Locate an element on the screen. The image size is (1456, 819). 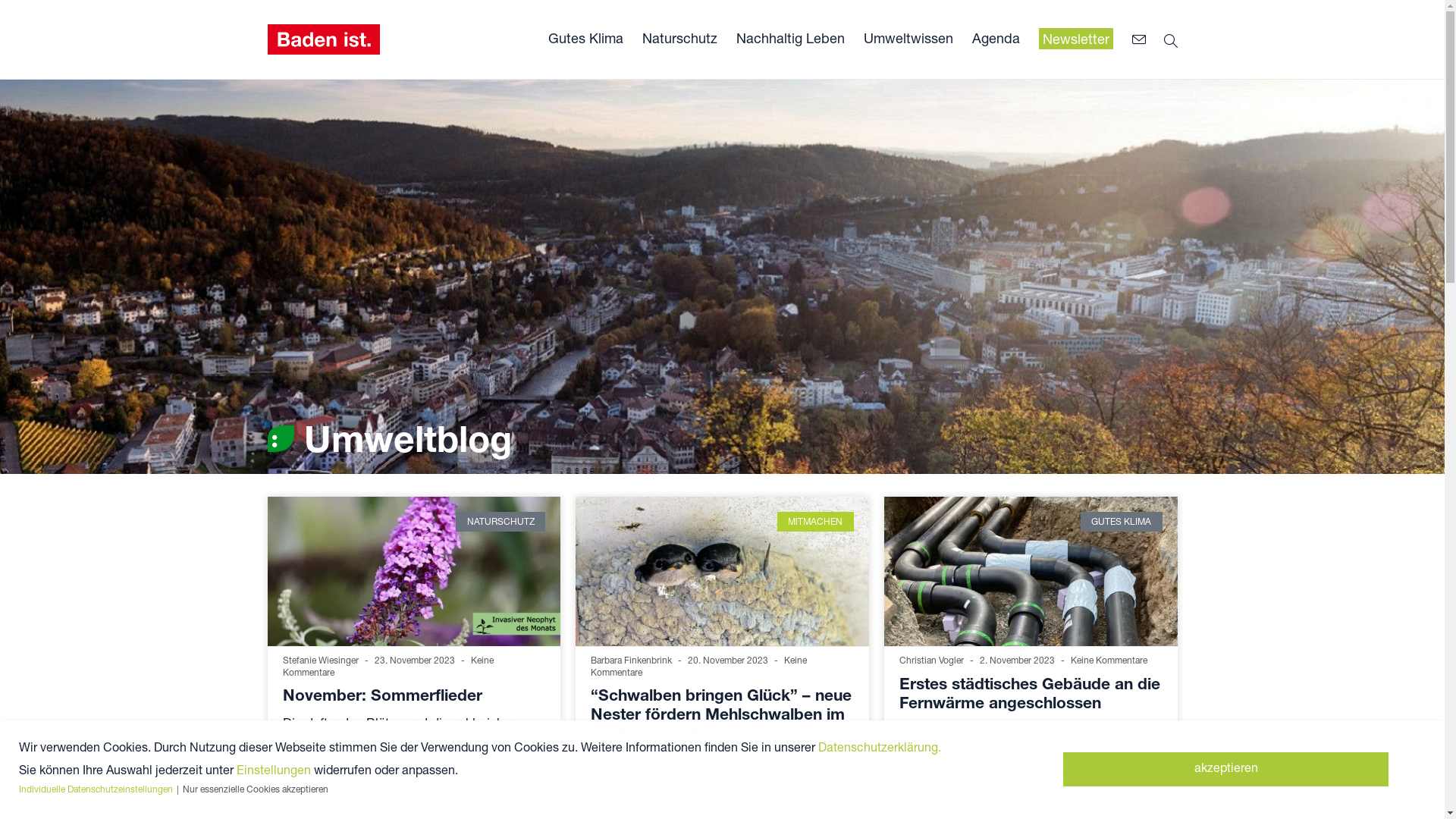
'Individuelle Datenschutzeinstellungen' is located at coordinates (18, 788).